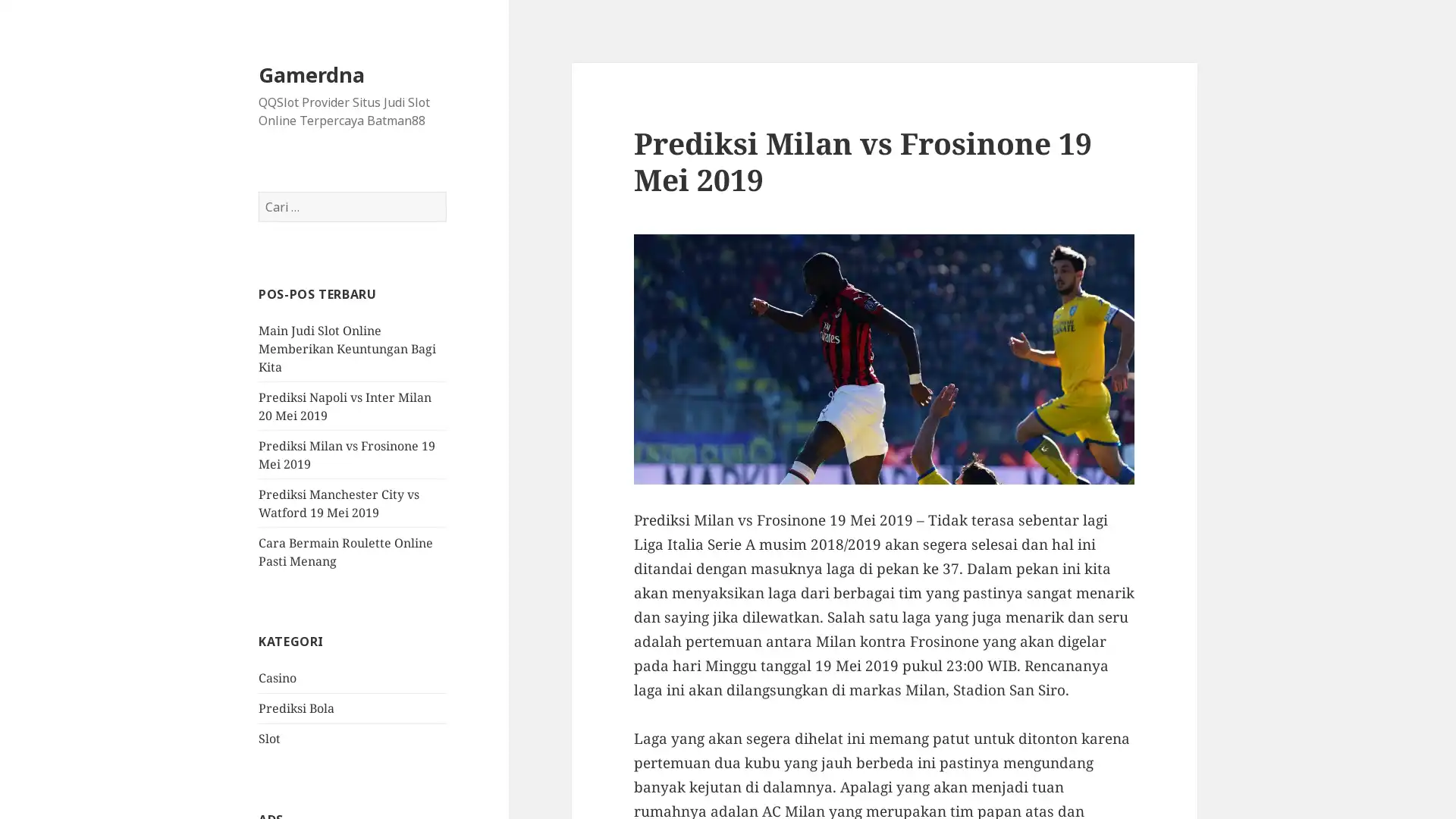  I want to click on Cari, so click(445, 191).